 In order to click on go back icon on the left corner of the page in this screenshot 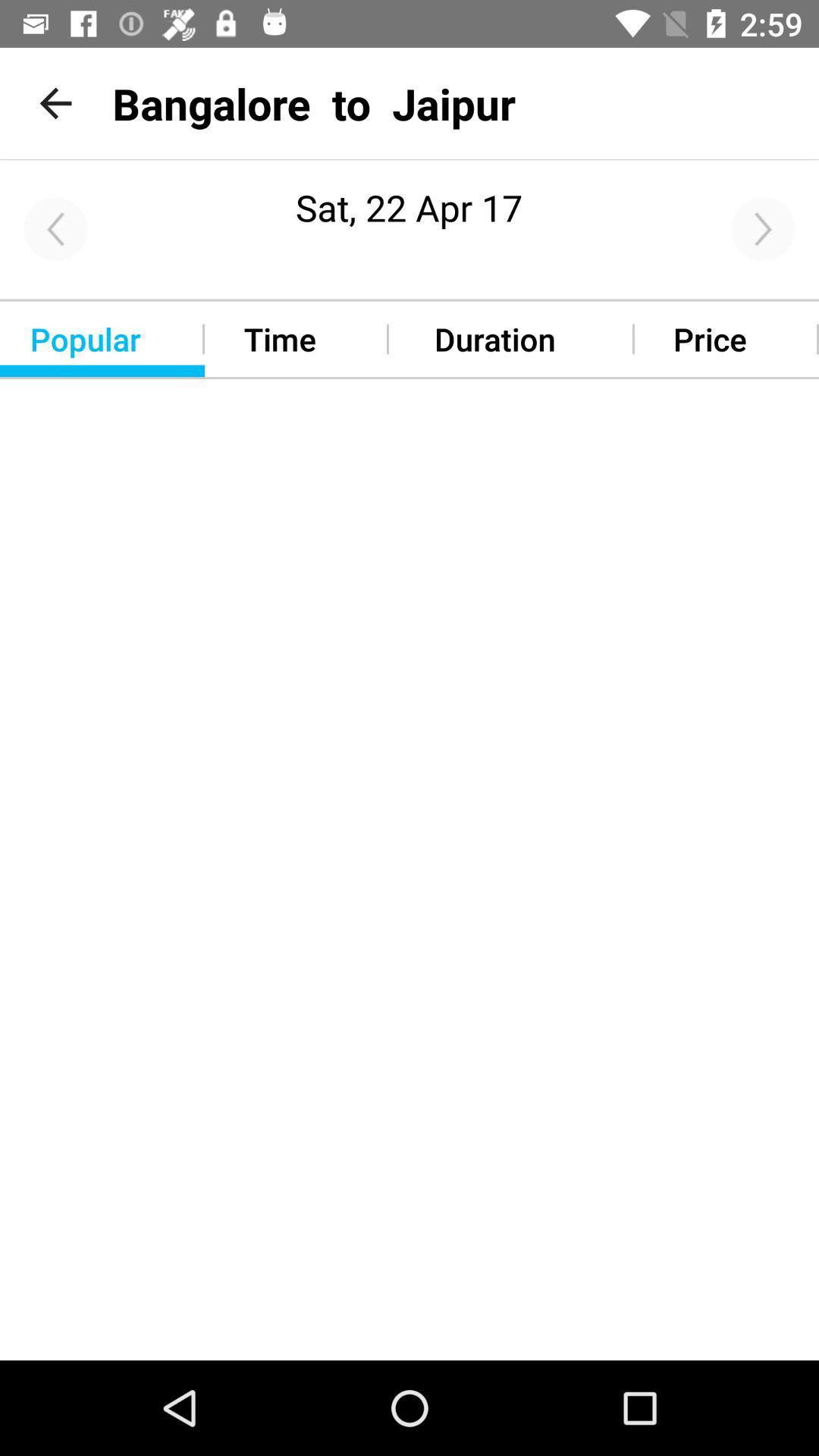, I will do `click(55, 228)`.